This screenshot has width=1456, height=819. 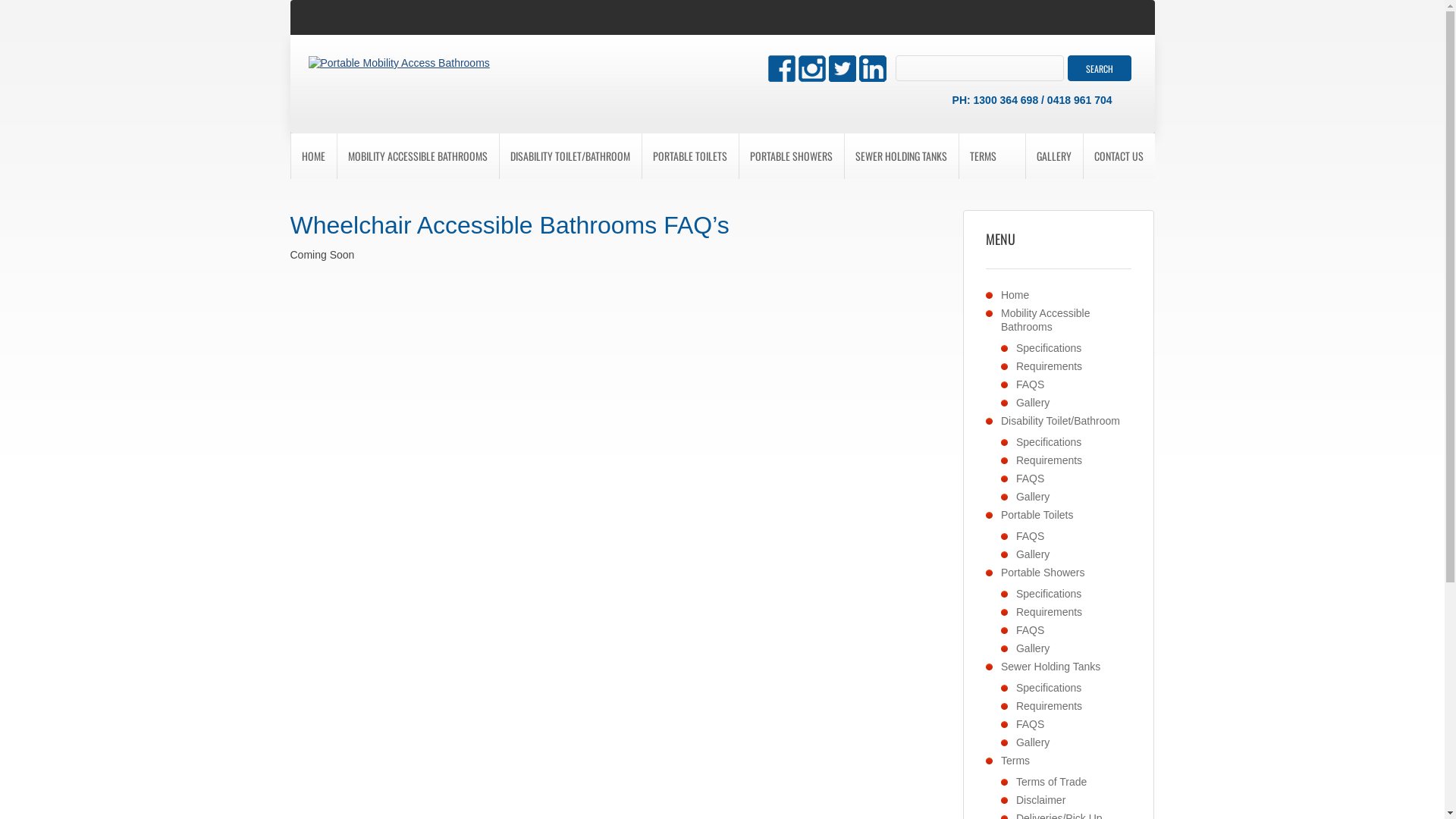 I want to click on 'Terms of Trade', so click(x=1015, y=781).